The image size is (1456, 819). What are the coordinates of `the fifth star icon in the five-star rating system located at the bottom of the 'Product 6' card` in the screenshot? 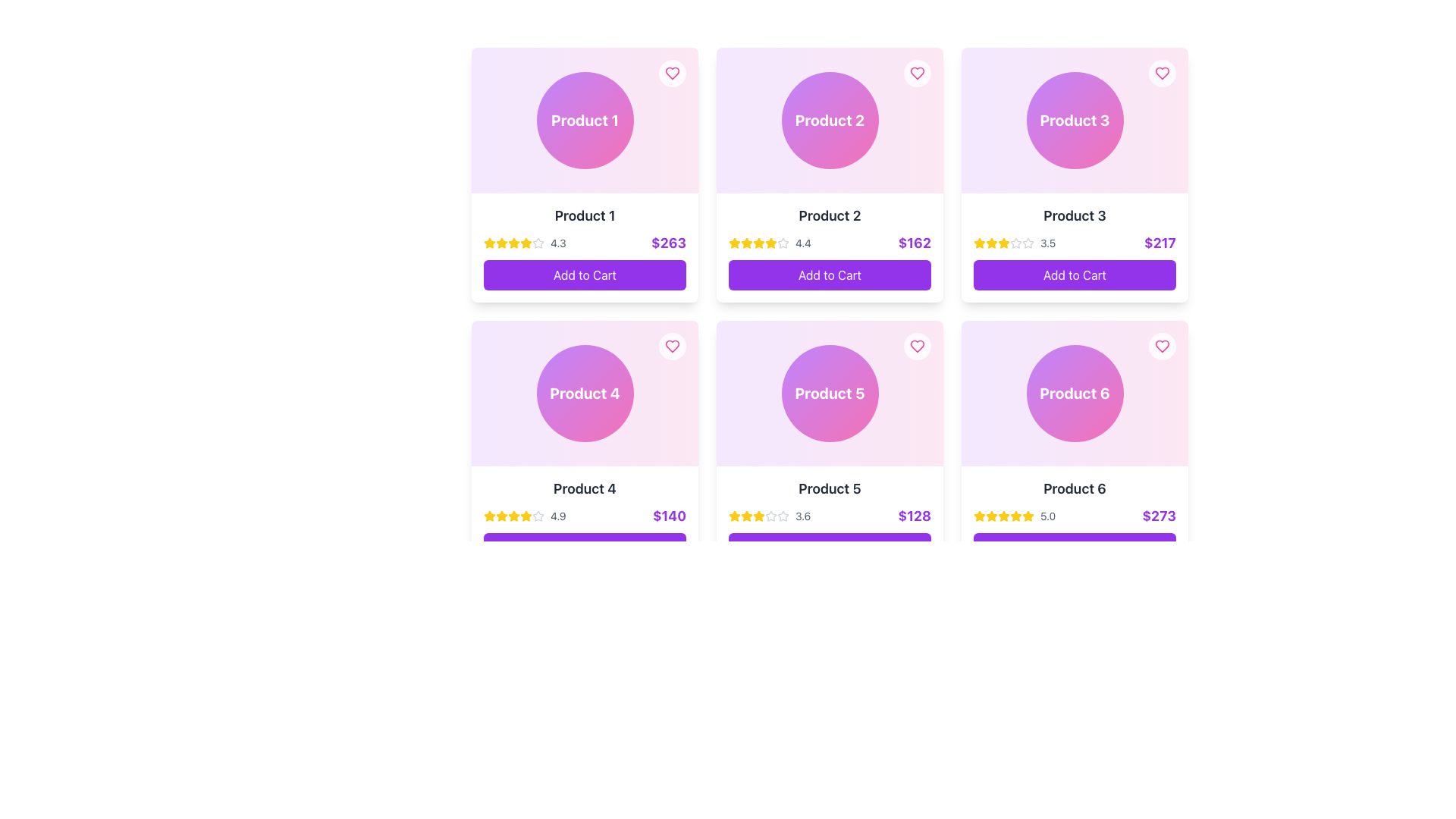 It's located at (1015, 516).